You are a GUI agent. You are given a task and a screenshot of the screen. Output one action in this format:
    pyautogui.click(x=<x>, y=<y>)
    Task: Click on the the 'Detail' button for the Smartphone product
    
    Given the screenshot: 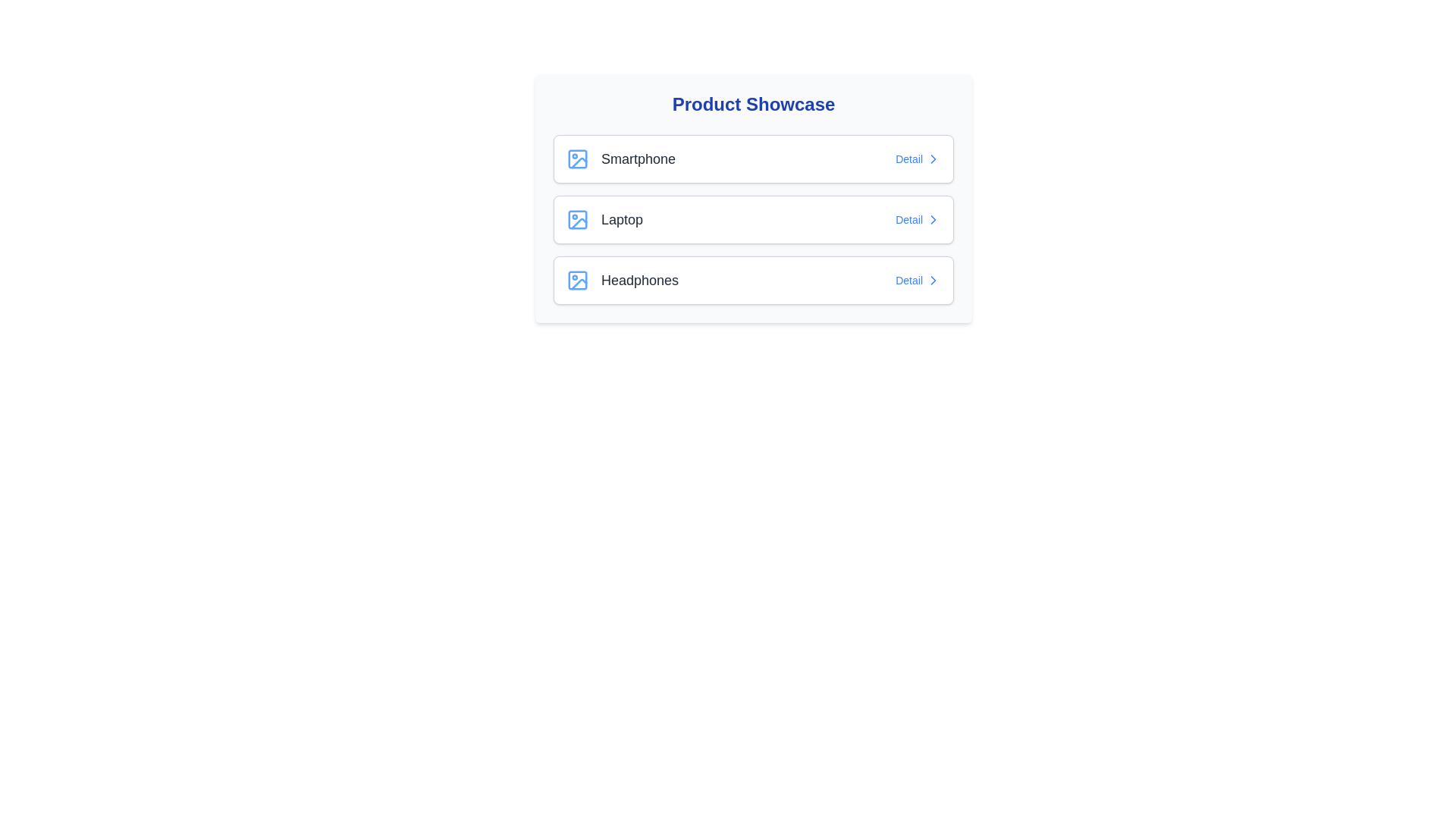 What is the action you would take?
    pyautogui.click(x=917, y=158)
    